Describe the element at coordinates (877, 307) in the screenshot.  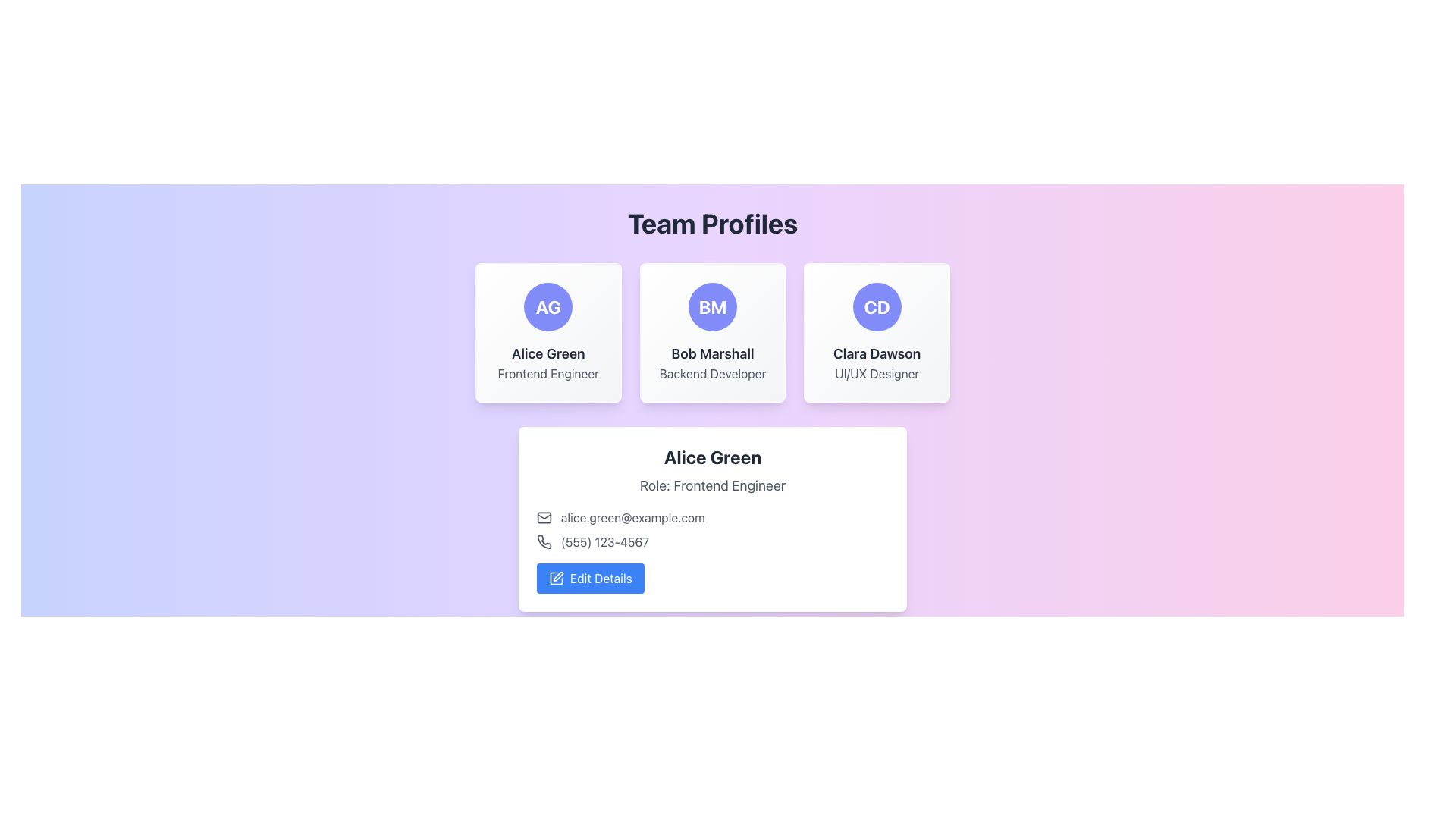
I see `the name 'Clara Dawson' and the job title 'UI/UX Designer' associated with the Circular Avatar Badge displaying 'CD'` at that location.